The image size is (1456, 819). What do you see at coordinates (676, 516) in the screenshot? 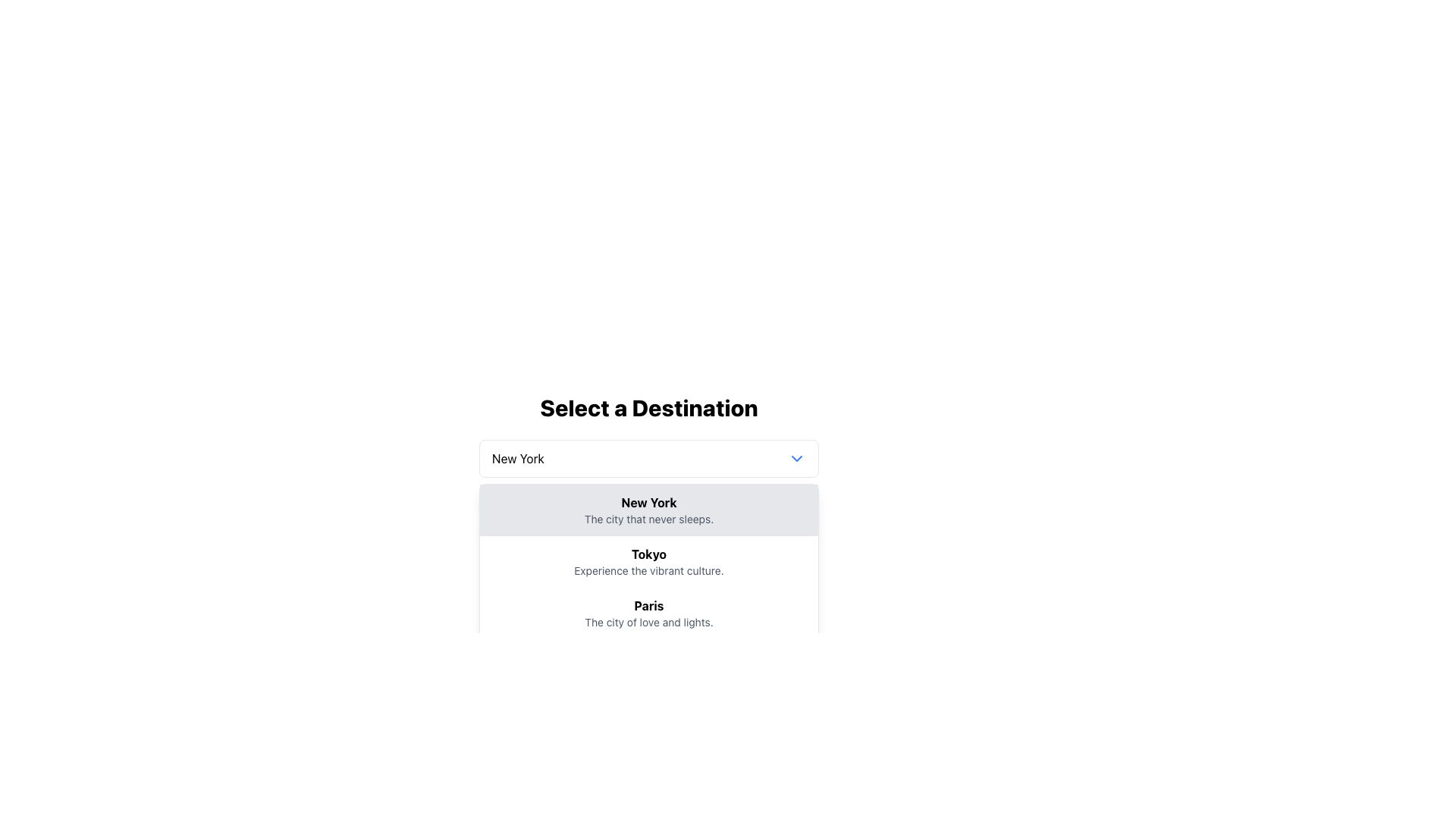
I see `the text element that indicates the currently selected city, which is part of a dropdown component and reads 'Selected: New York'` at bounding box center [676, 516].